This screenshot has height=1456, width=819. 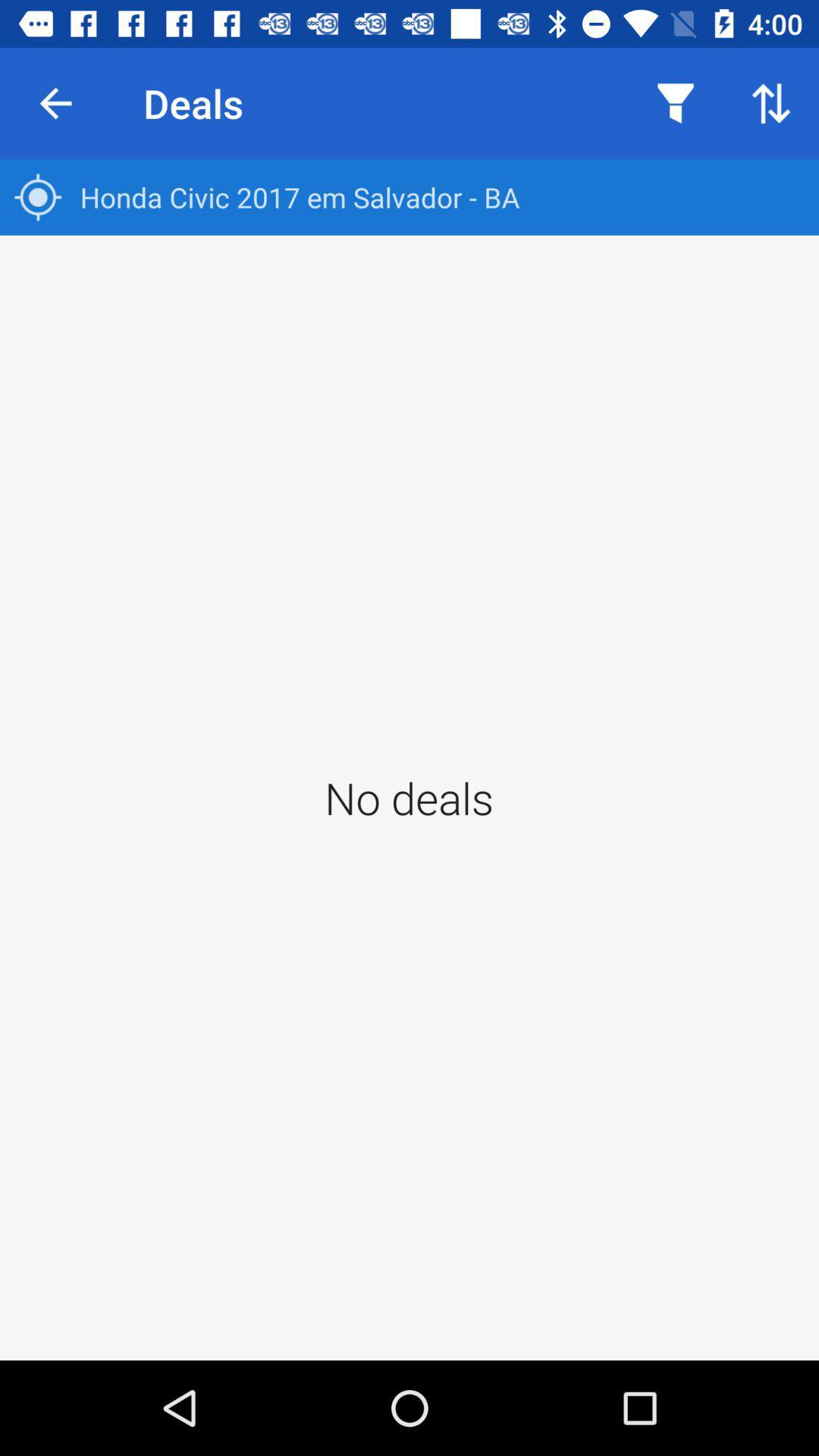 I want to click on honda civic 2017, so click(x=409, y=196).